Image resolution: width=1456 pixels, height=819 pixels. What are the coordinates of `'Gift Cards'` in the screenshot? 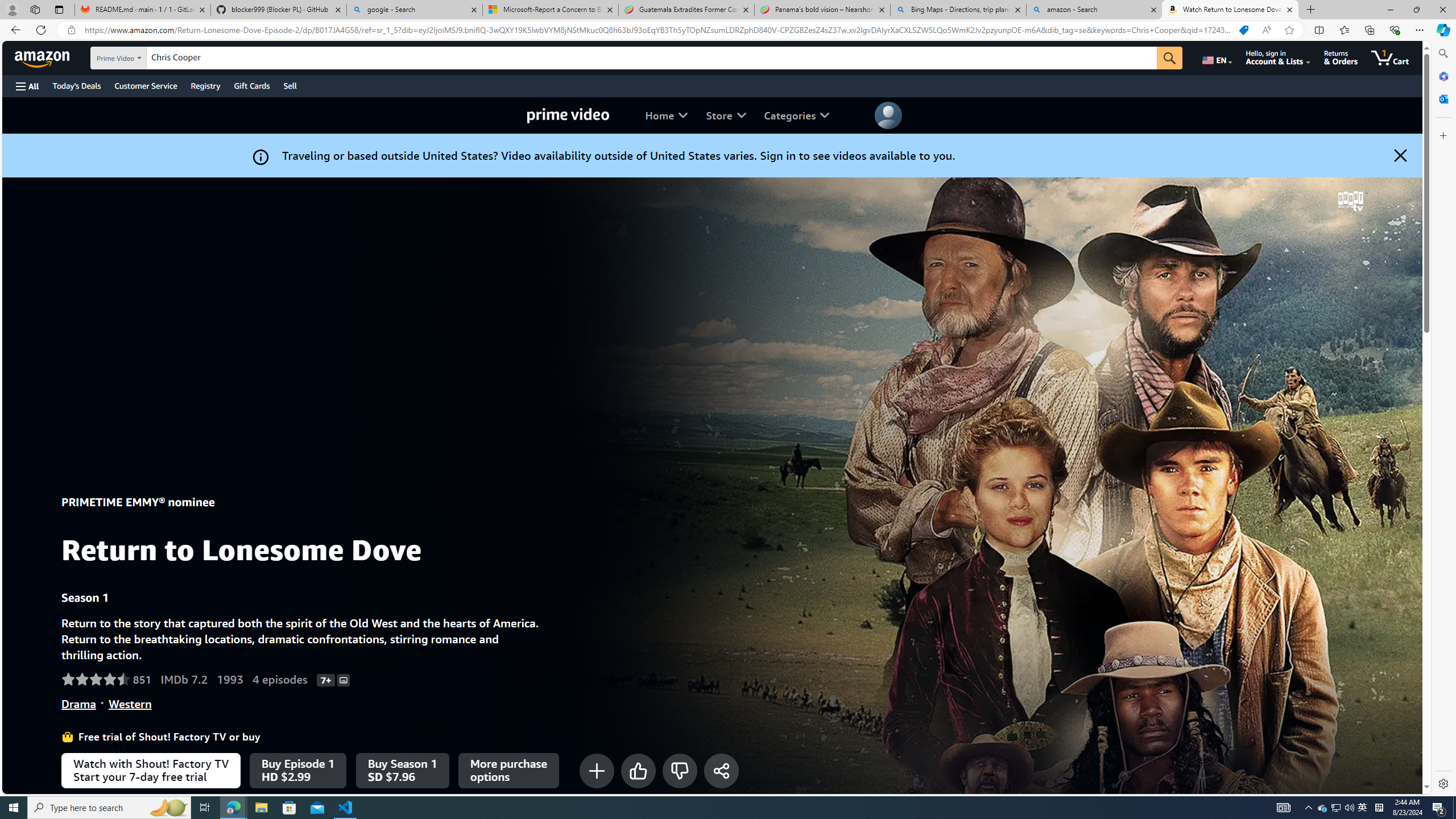 It's located at (251, 85).